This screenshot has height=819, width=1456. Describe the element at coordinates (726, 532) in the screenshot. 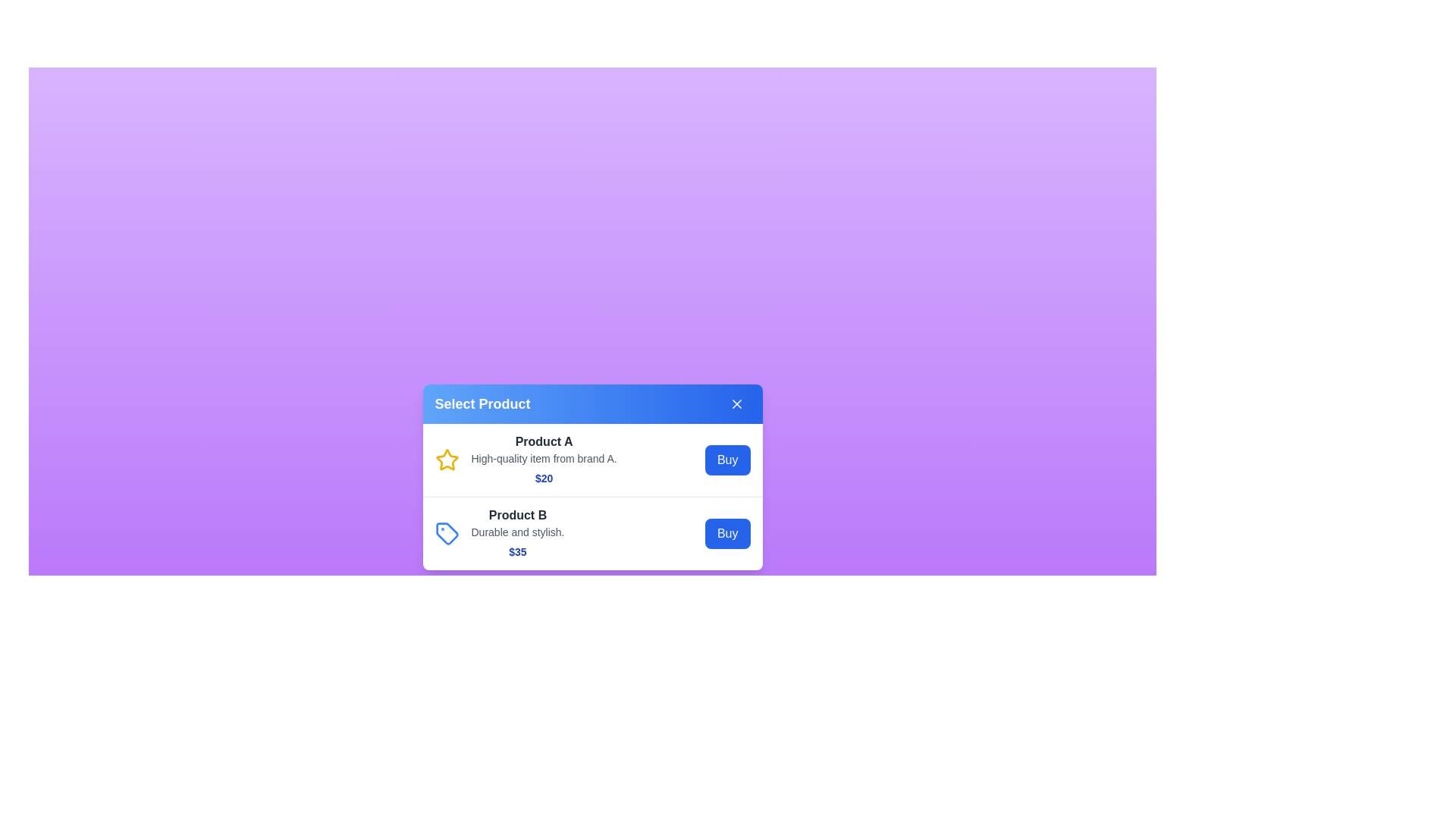

I see `Buy button for Product B` at that location.